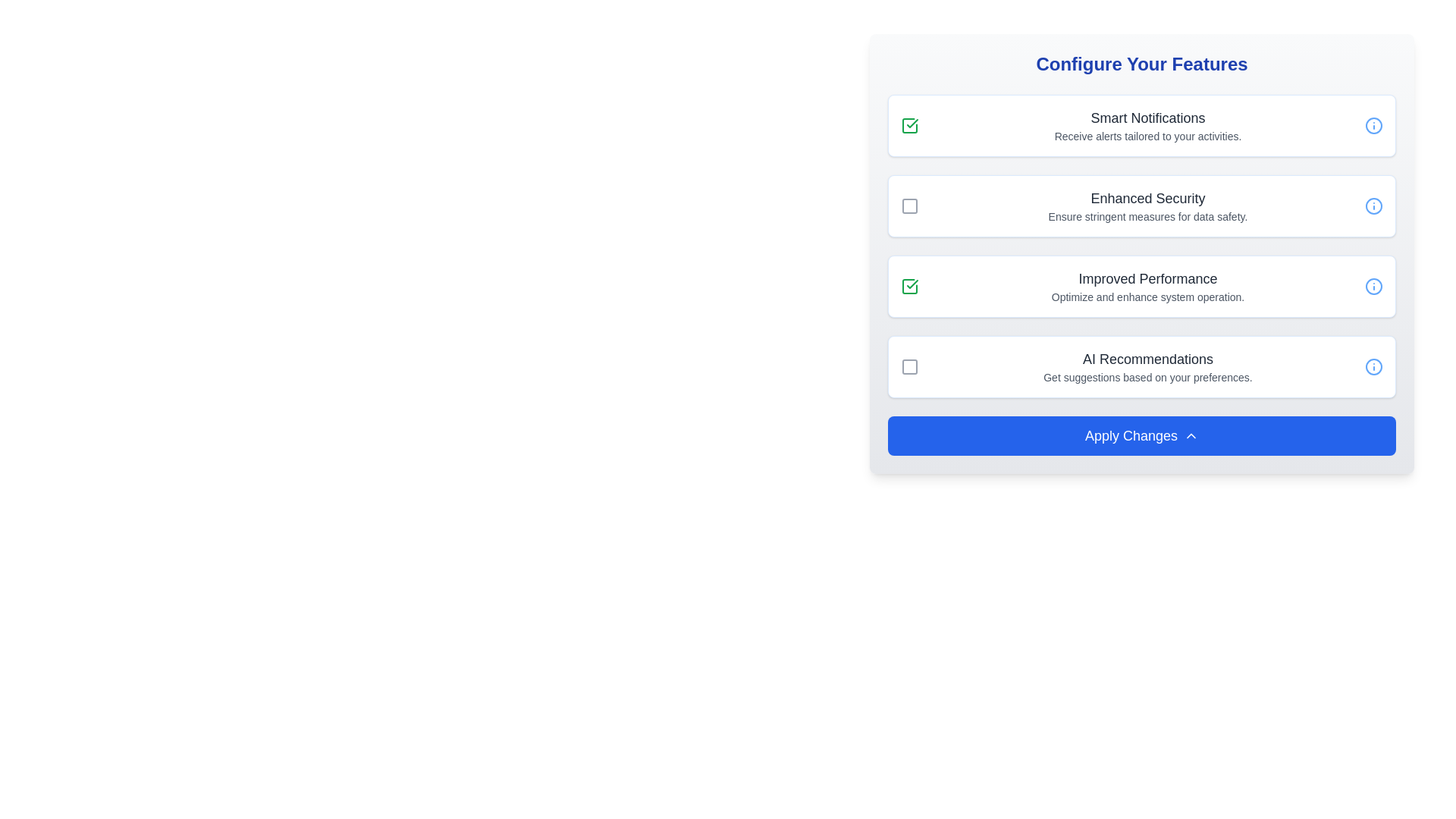  What do you see at coordinates (912, 284) in the screenshot?
I see `the decorative SVG checkmark icon associated with the 'Improved Performance' checkbox option, which indicates that the option is selected within the feature configuration list` at bounding box center [912, 284].